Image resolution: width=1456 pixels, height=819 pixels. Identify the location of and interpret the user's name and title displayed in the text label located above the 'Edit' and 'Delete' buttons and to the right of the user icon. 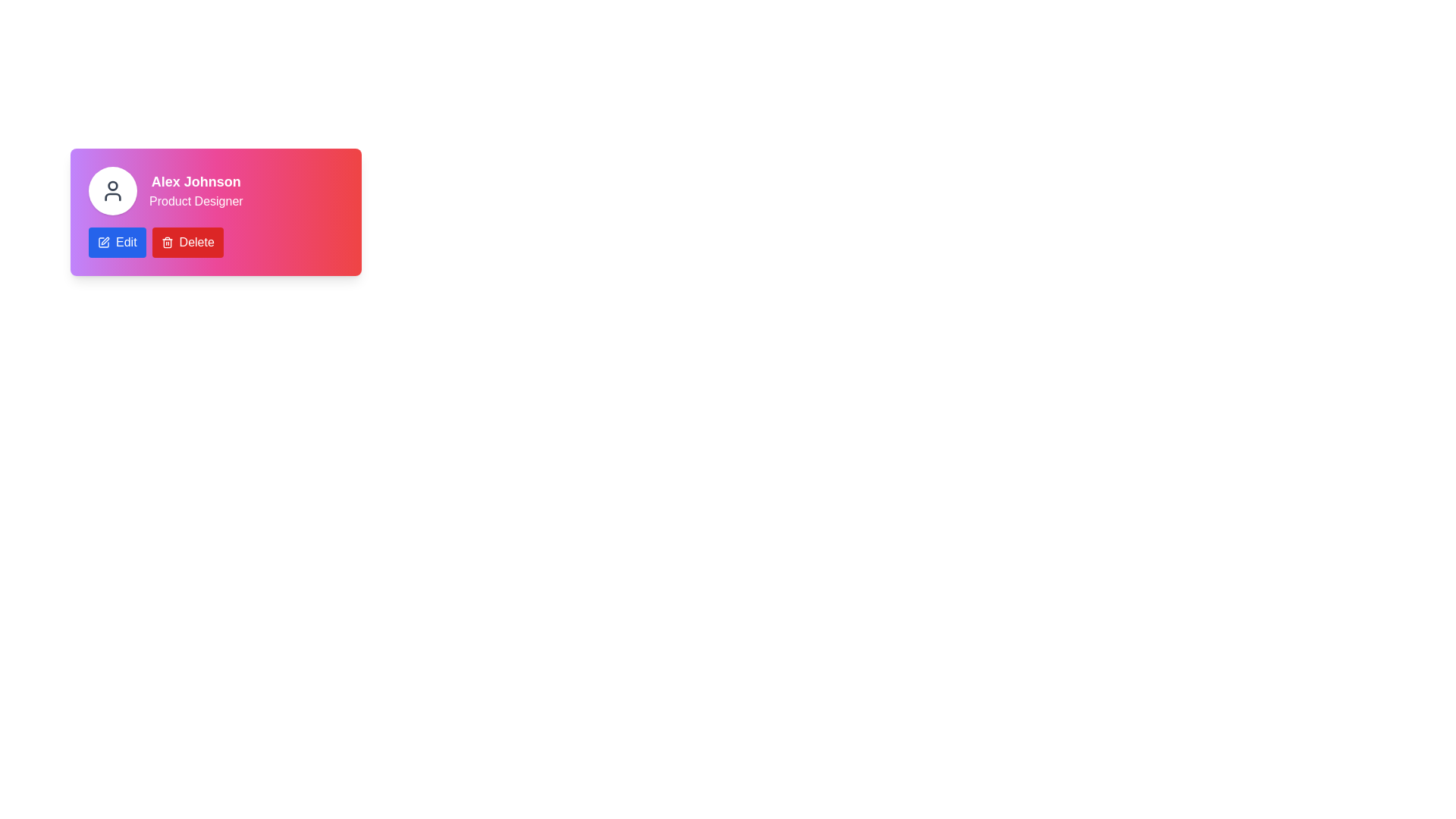
(215, 190).